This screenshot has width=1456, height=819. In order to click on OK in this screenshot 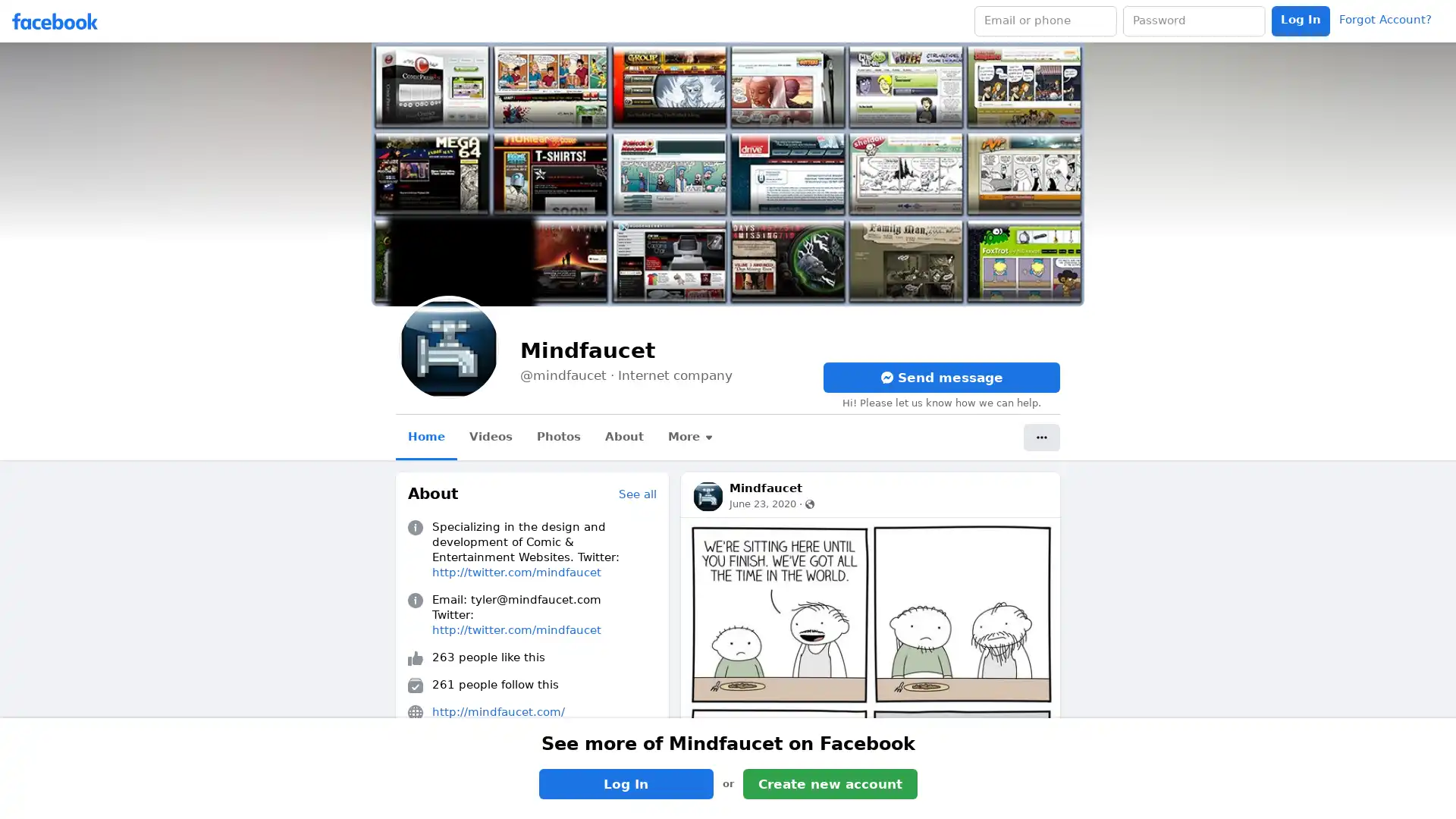, I will do `click(882, 452)`.